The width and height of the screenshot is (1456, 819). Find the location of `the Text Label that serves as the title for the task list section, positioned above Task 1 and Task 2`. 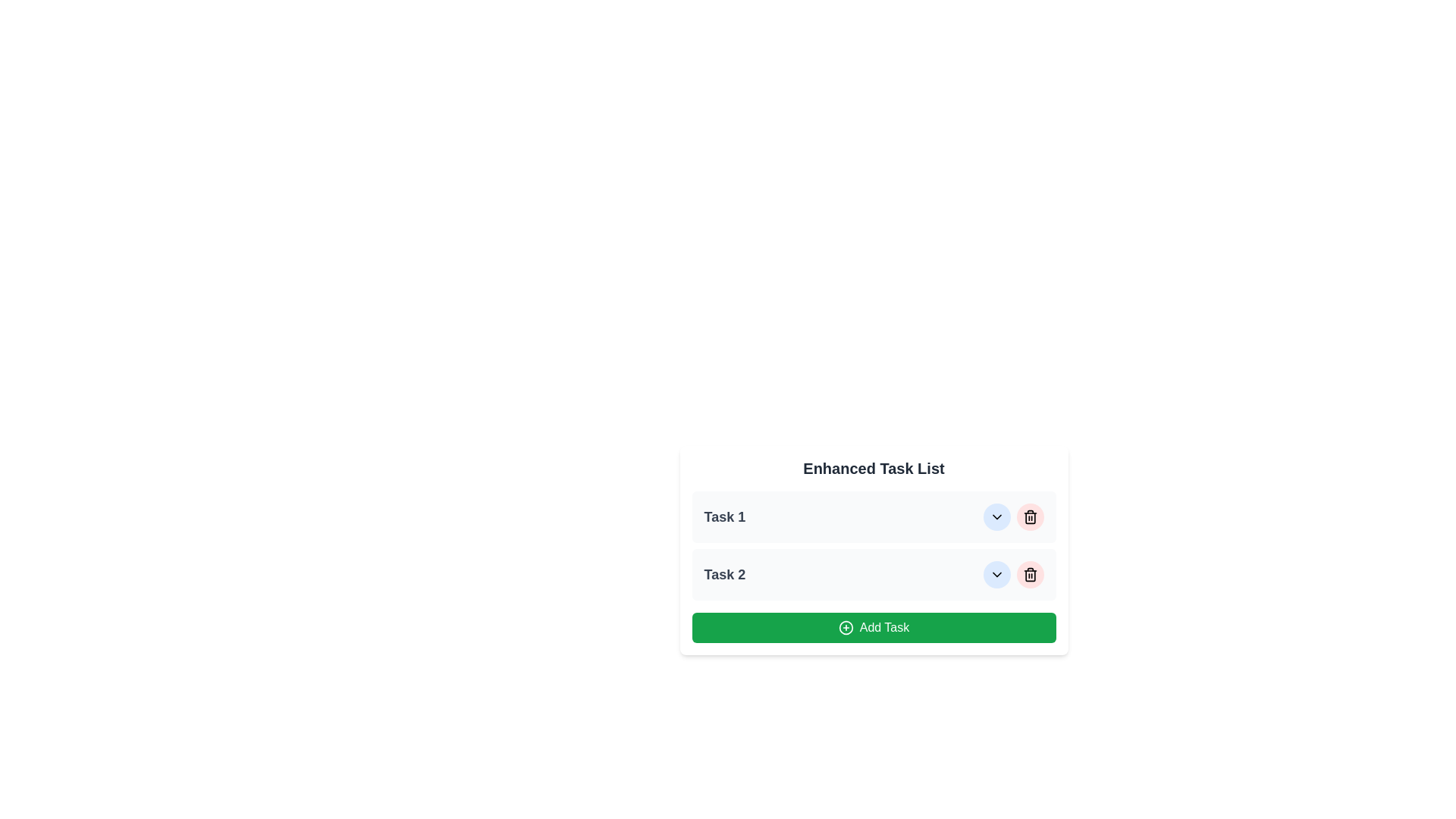

the Text Label that serves as the title for the task list section, positioned above Task 1 and Task 2 is located at coordinates (874, 467).